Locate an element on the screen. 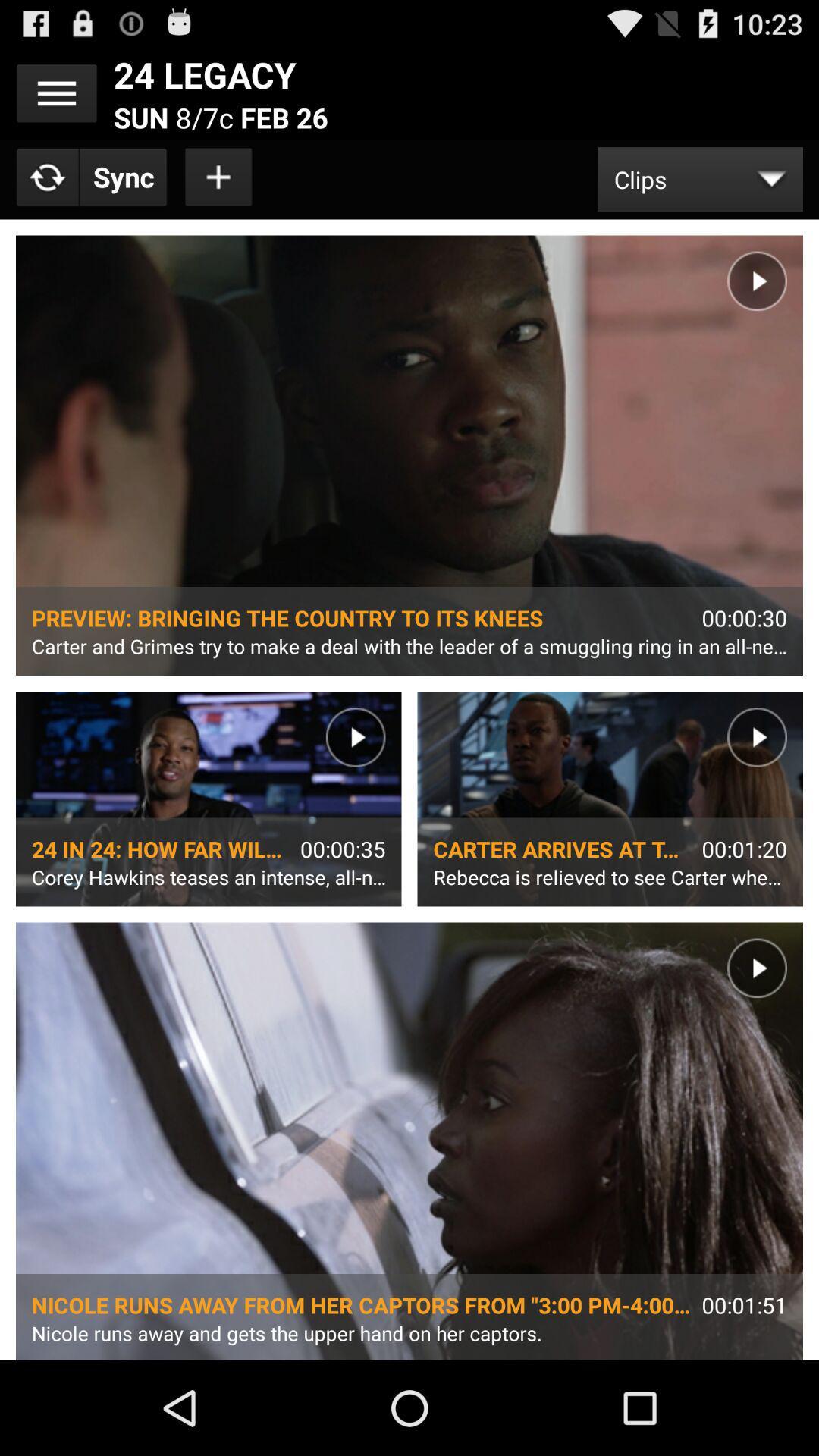 This screenshot has height=1456, width=819. more option is located at coordinates (55, 93).